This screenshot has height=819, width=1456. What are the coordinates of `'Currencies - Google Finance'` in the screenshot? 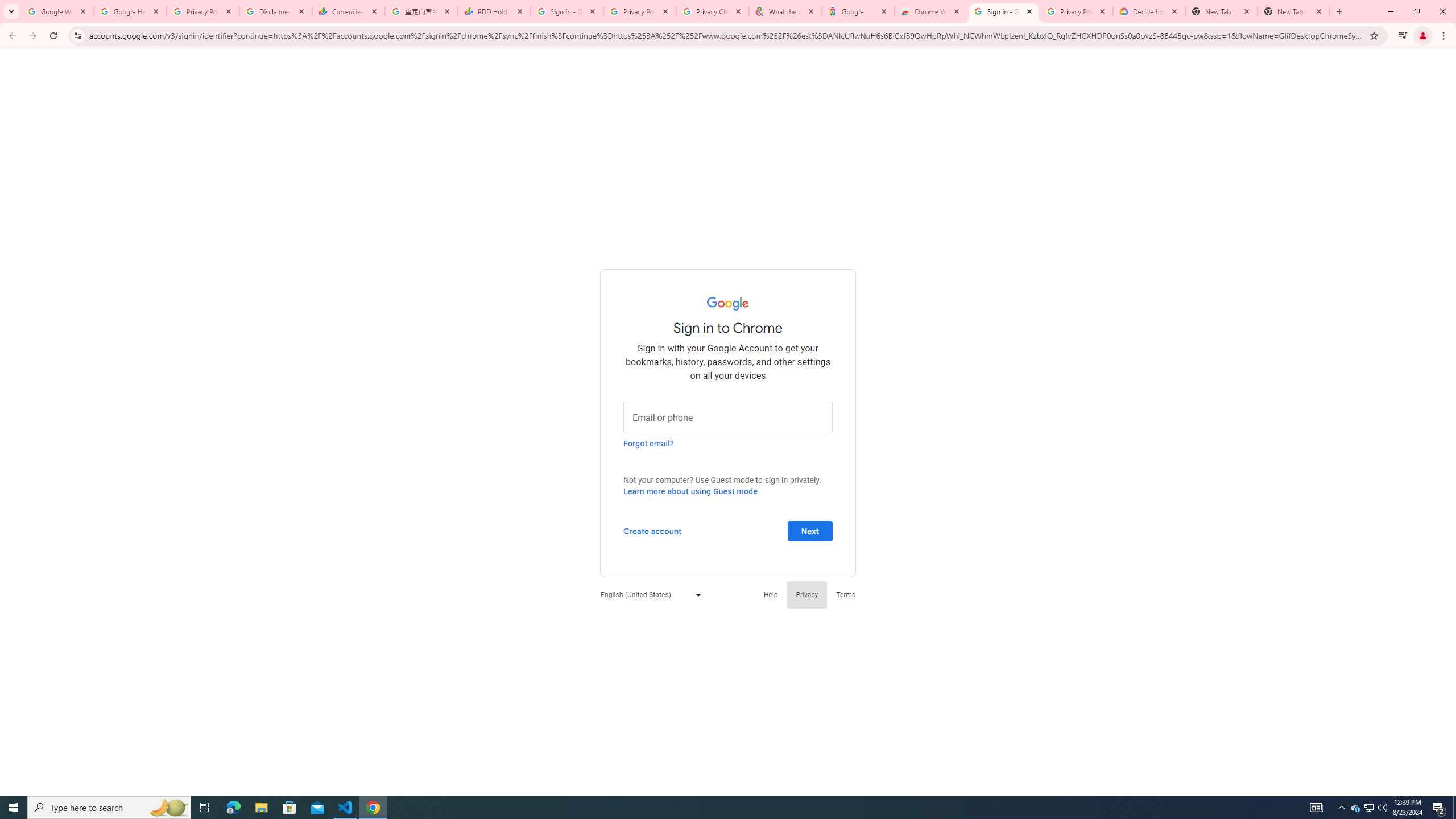 It's located at (348, 11).